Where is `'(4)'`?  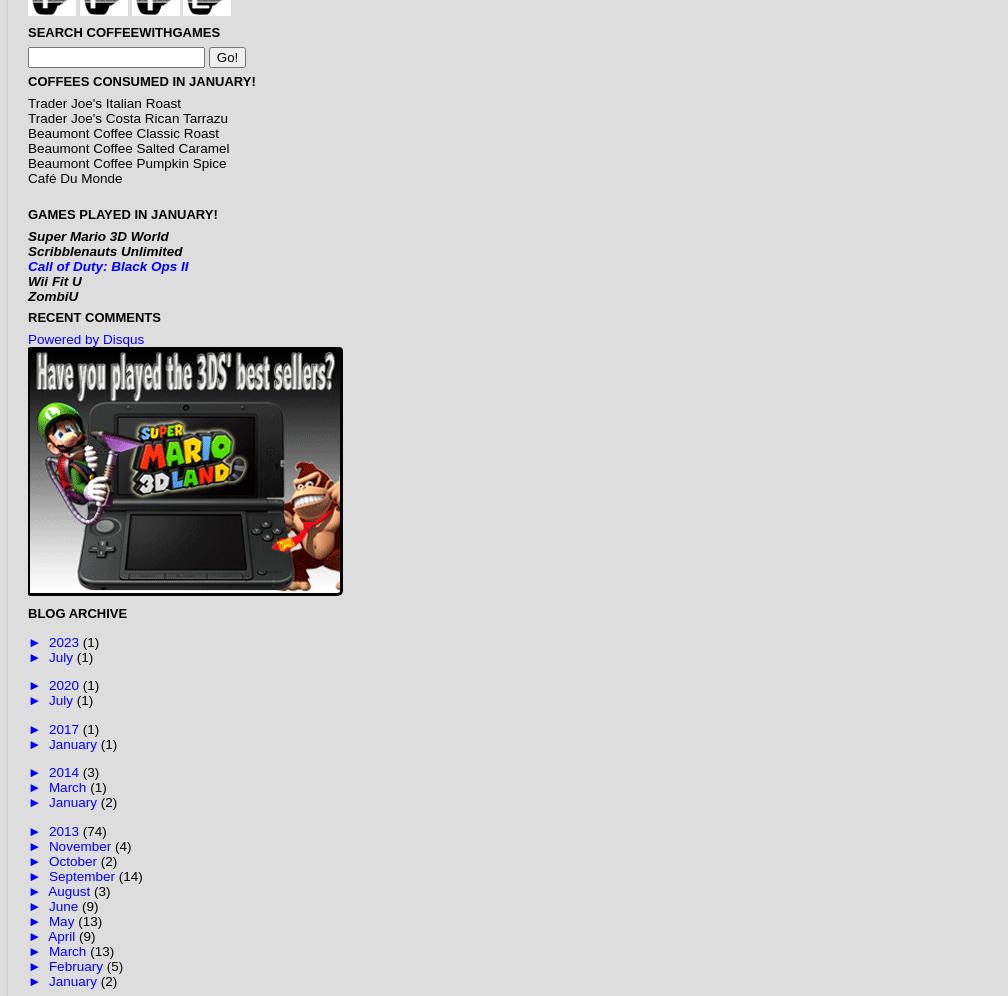
'(4)' is located at coordinates (122, 845).